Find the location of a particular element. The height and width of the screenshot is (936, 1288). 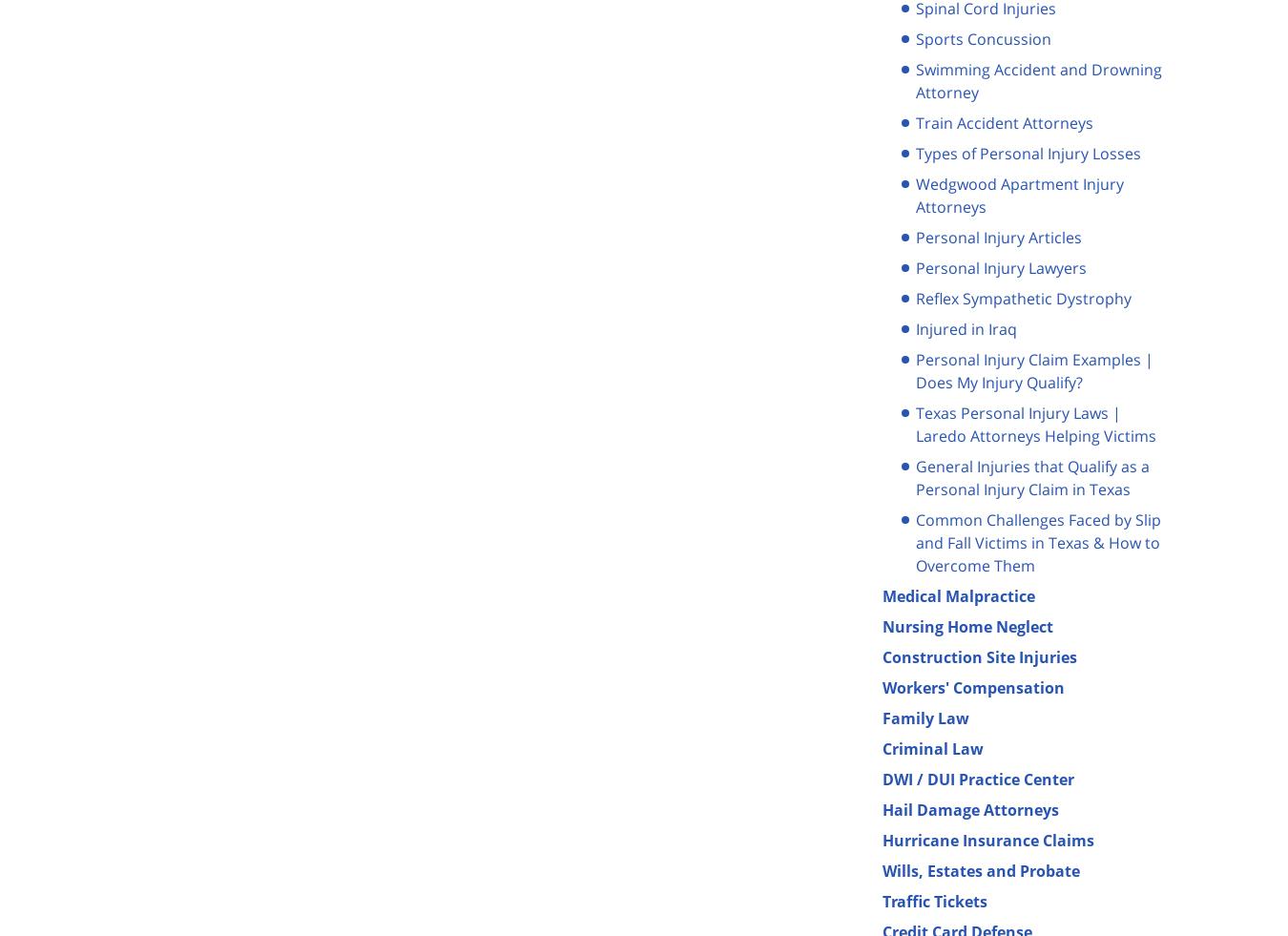

'Injured in Iraq' is located at coordinates (966, 327).